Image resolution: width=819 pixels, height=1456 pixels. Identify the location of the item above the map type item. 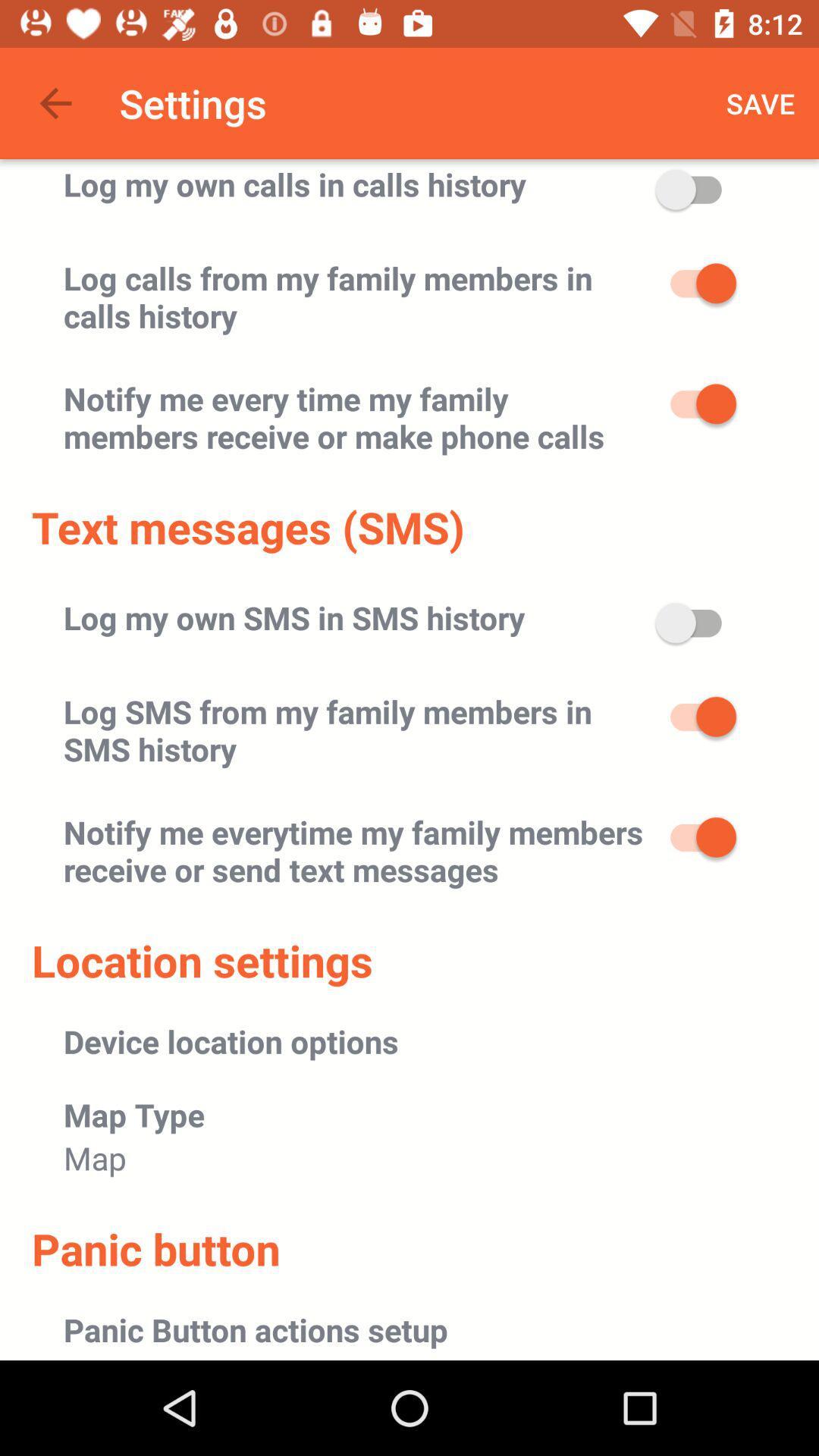
(231, 1040).